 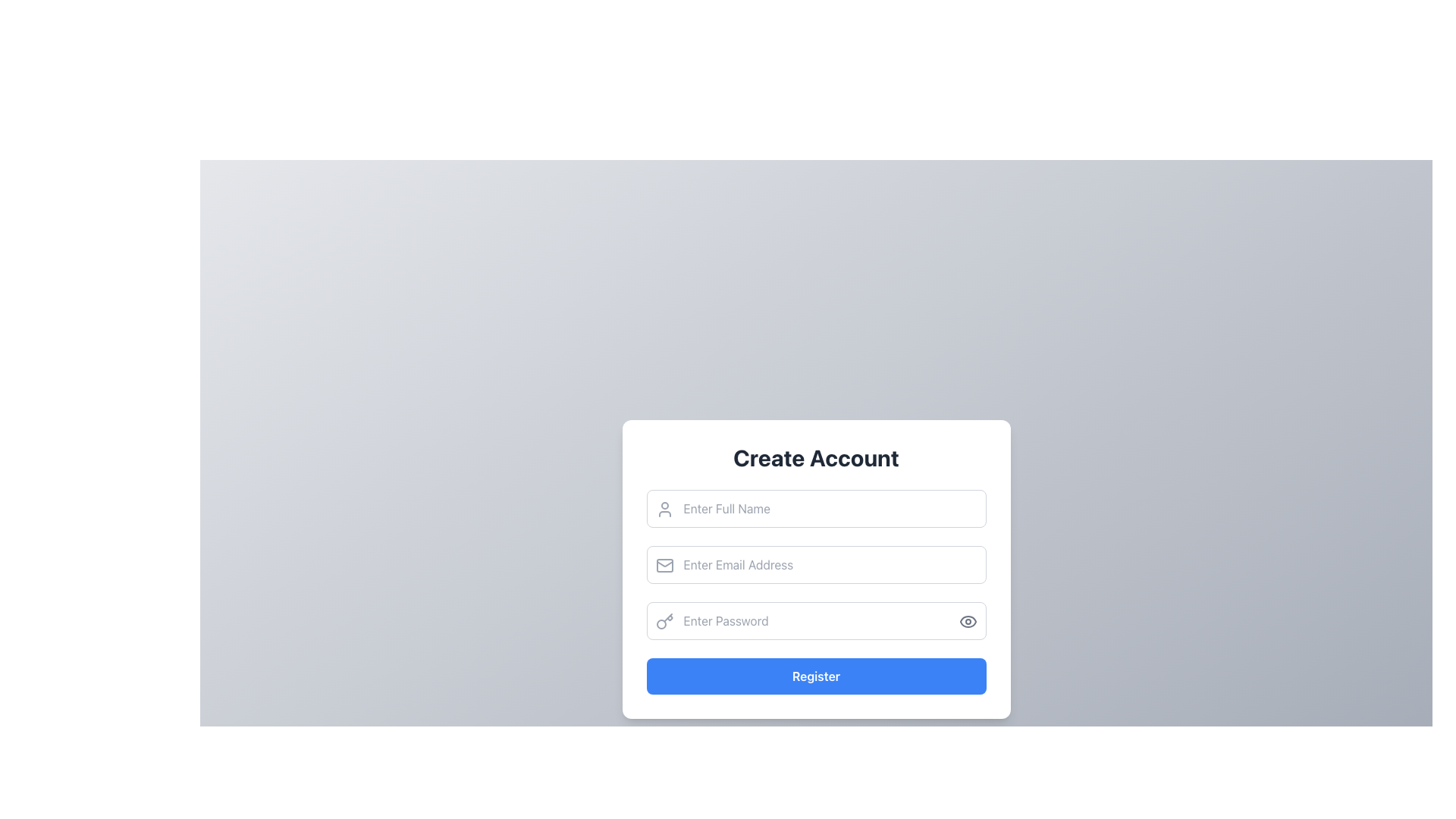 I want to click on the decorative triangle flap of the envelope icon located to the left of the 'Enter Email Address' input field, so click(x=664, y=564).